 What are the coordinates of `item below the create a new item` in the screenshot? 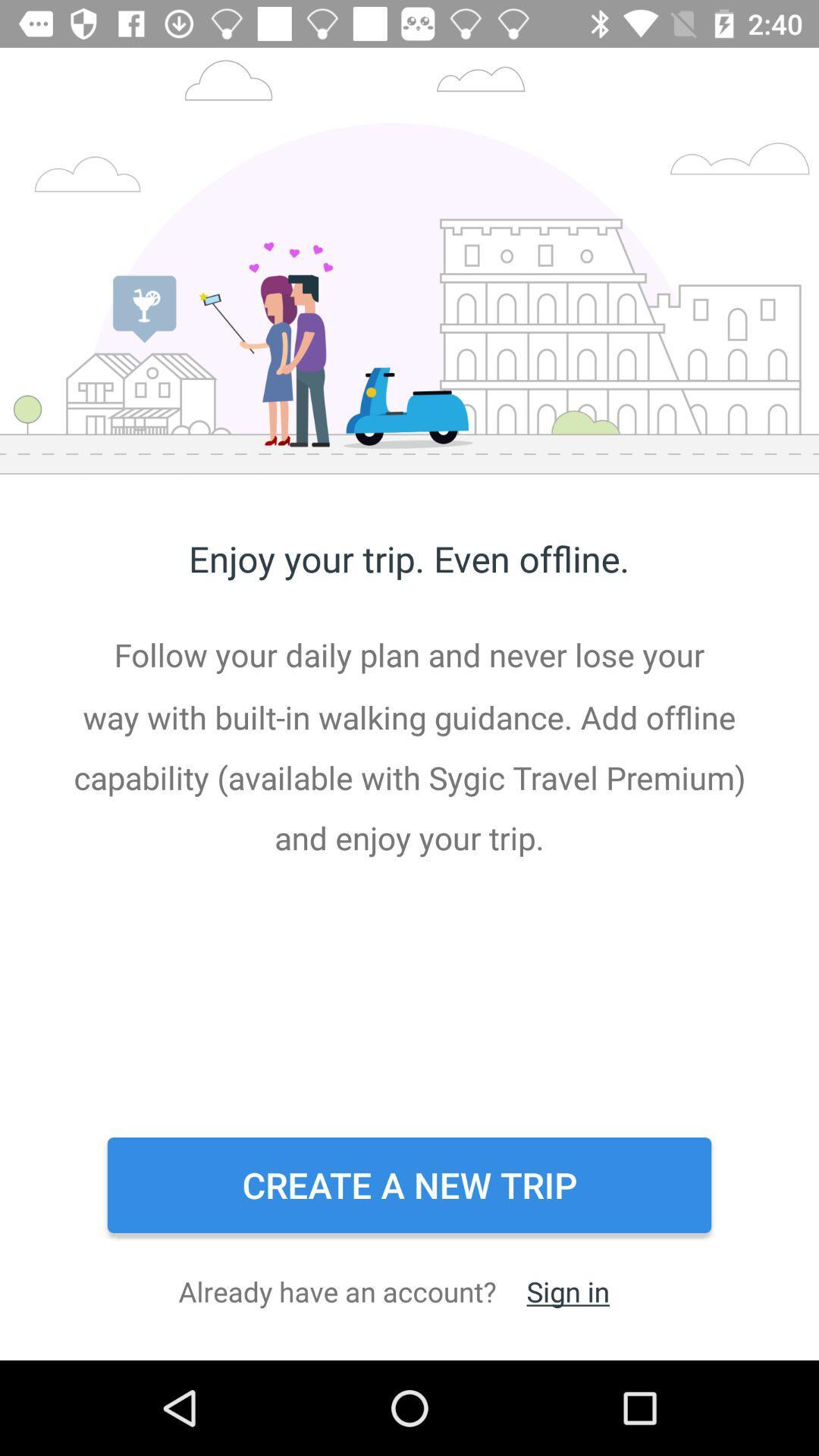 It's located at (568, 1291).